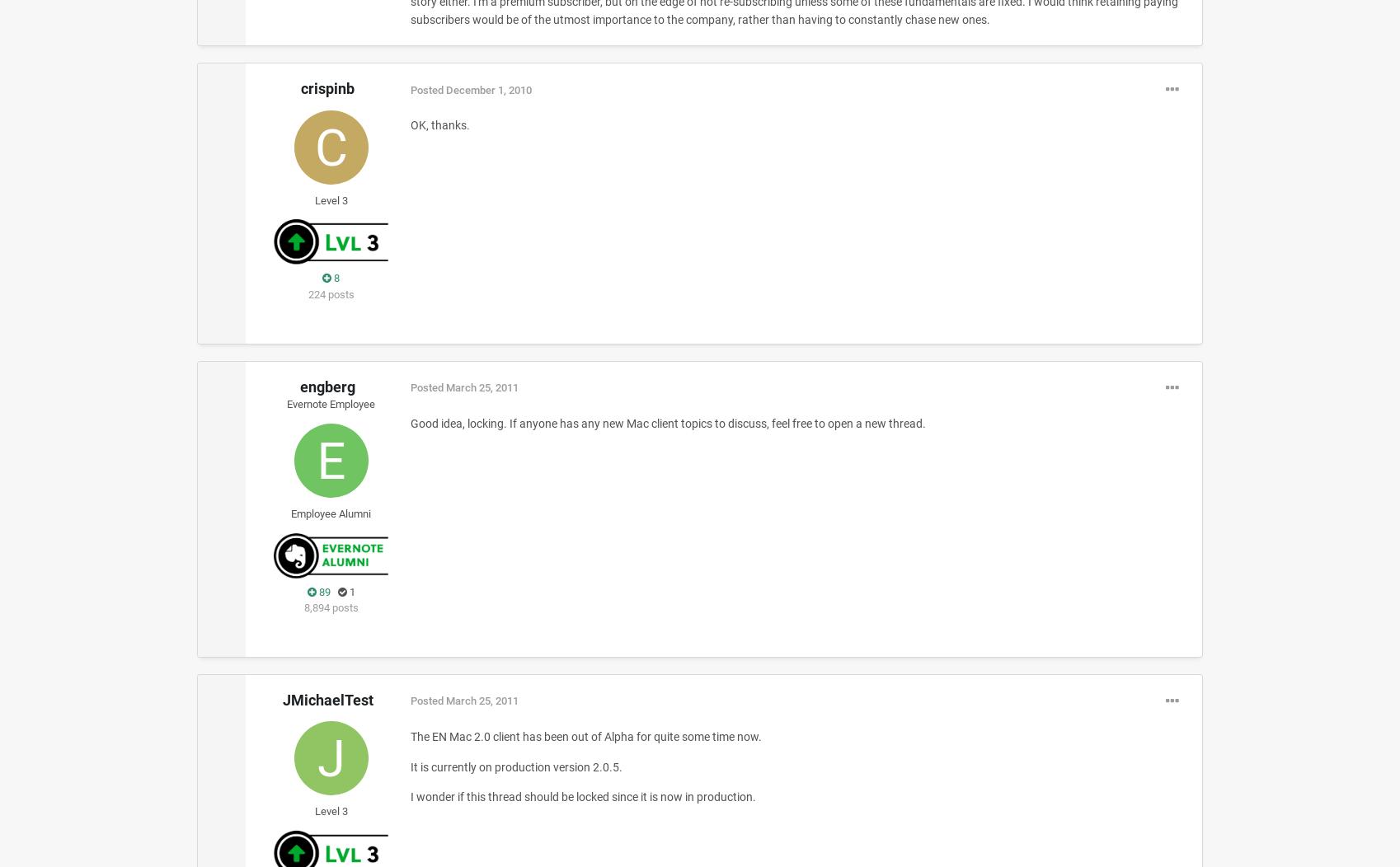  Describe the element at coordinates (291, 513) in the screenshot. I see `'Employee Alumni'` at that location.